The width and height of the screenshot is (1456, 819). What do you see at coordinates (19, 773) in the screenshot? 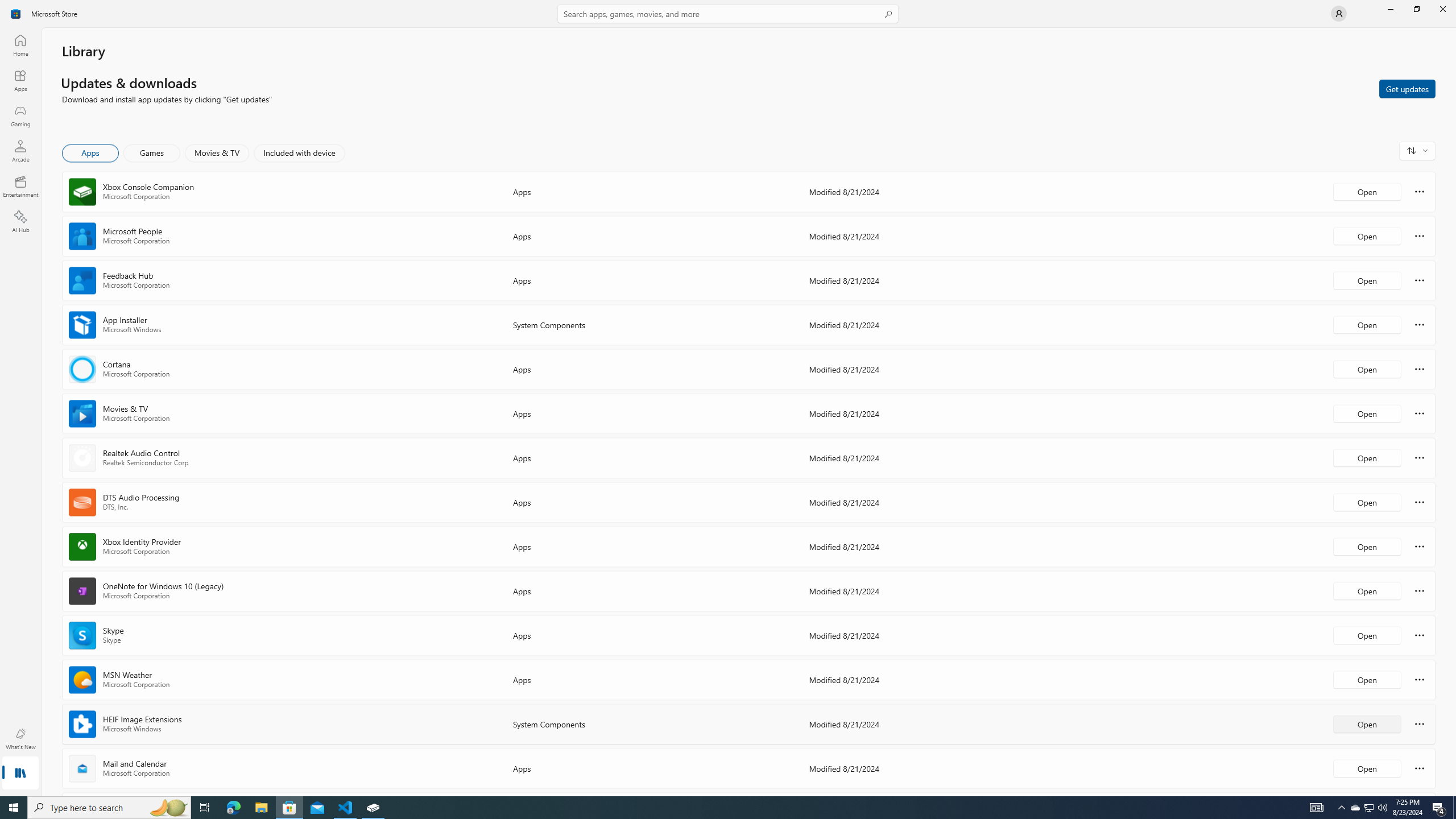
I see `'Library'` at bounding box center [19, 773].